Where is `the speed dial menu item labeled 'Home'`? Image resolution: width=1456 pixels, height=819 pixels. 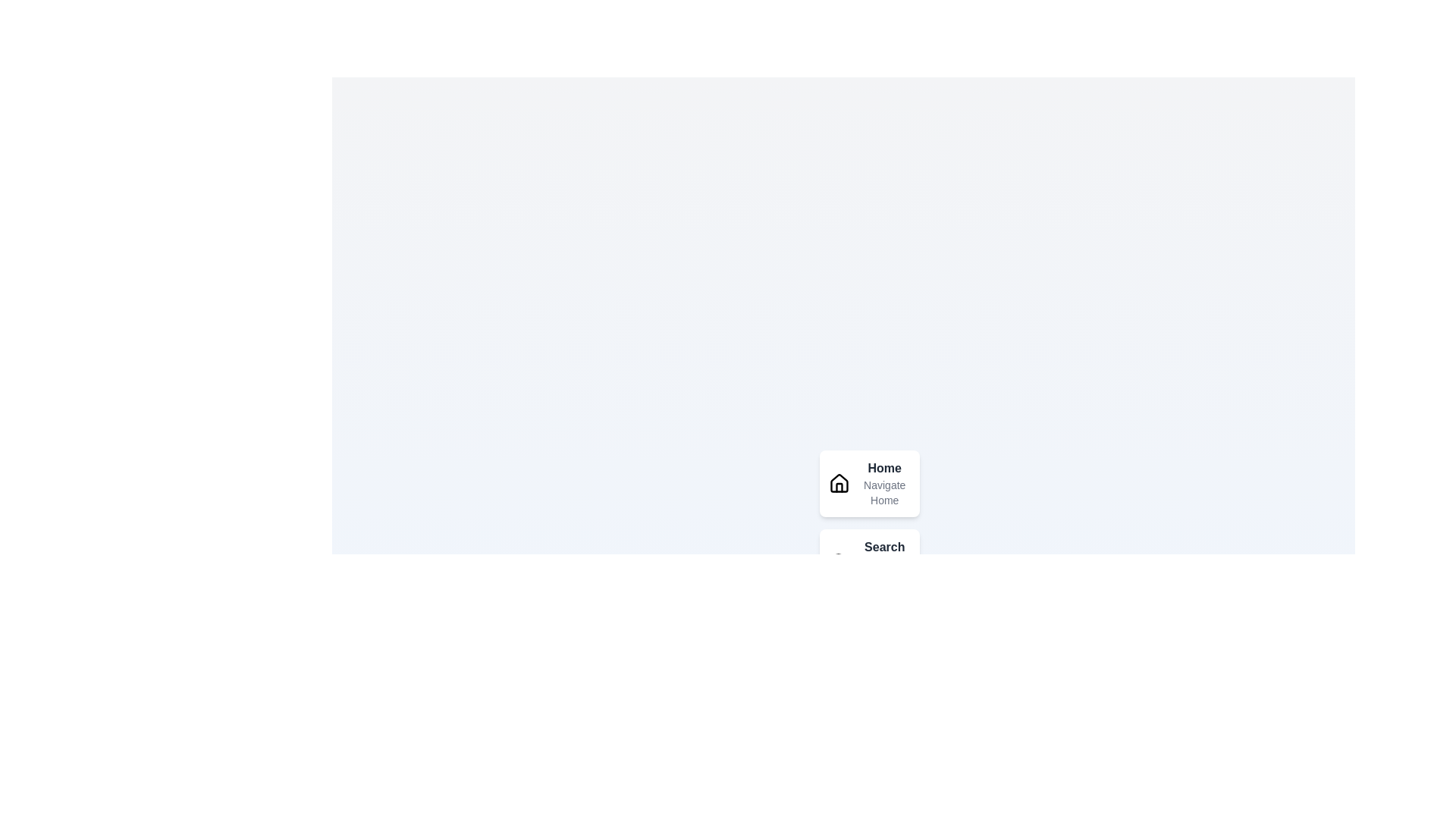 the speed dial menu item labeled 'Home' is located at coordinates (838, 483).